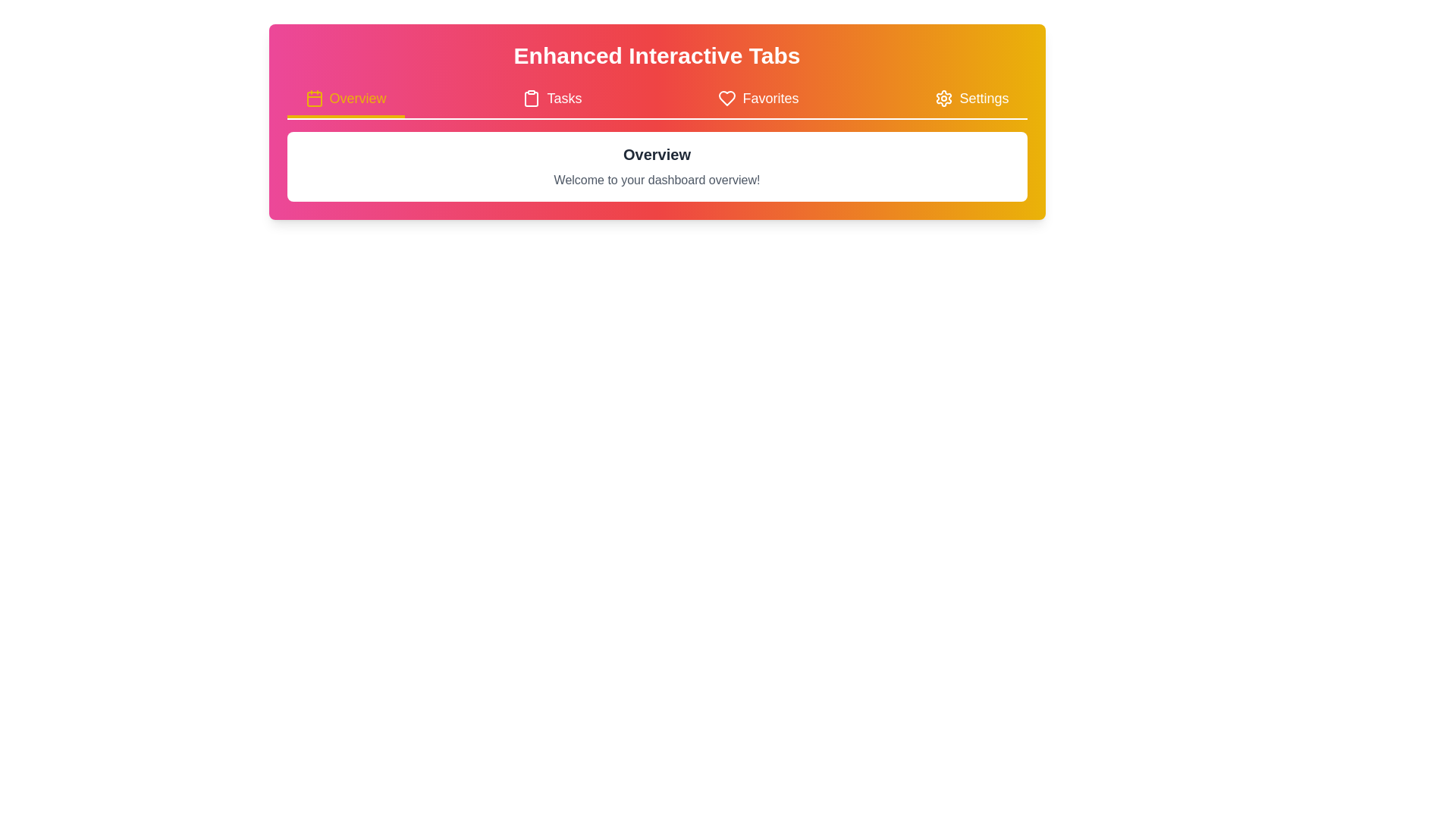 Image resolution: width=1456 pixels, height=819 pixels. What do you see at coordinates (657, 180) in the screenshot?
I see `text element displaying 'Welcome to your dashboard overview!' which is styled with light gray text and is located within a white box under the 'Overview' header` at bounding box center [657, 180].